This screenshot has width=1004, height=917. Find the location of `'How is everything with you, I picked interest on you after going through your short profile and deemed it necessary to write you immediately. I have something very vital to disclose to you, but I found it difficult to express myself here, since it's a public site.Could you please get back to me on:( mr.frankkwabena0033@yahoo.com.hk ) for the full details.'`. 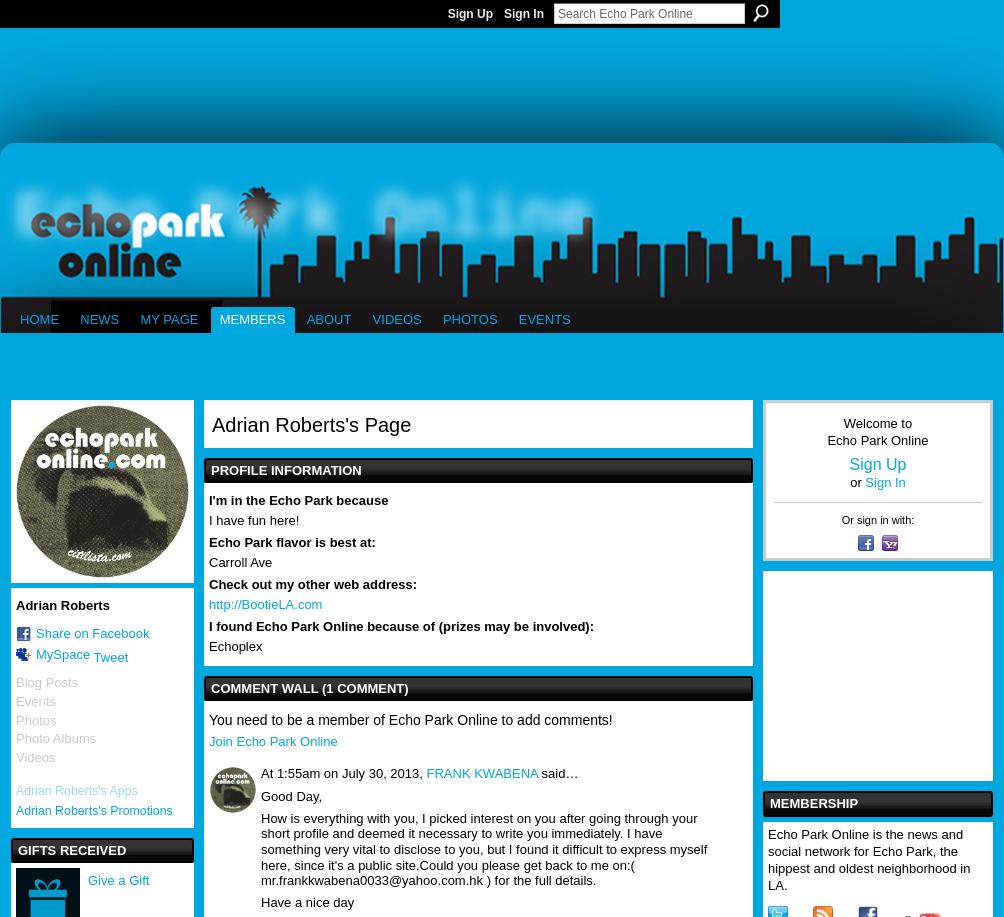

'How is everything with you, I picked interest on you after going through your short profile and deemed it necessary to write you immediately. I have something very vital to disclose to you, but I found it difficult to express myself here, since it's a public site.Could you please get back to me on:( mr.frankkwabena0033@yahoo.com.hk ) for the full details.' is located at coordinates (483, 848).